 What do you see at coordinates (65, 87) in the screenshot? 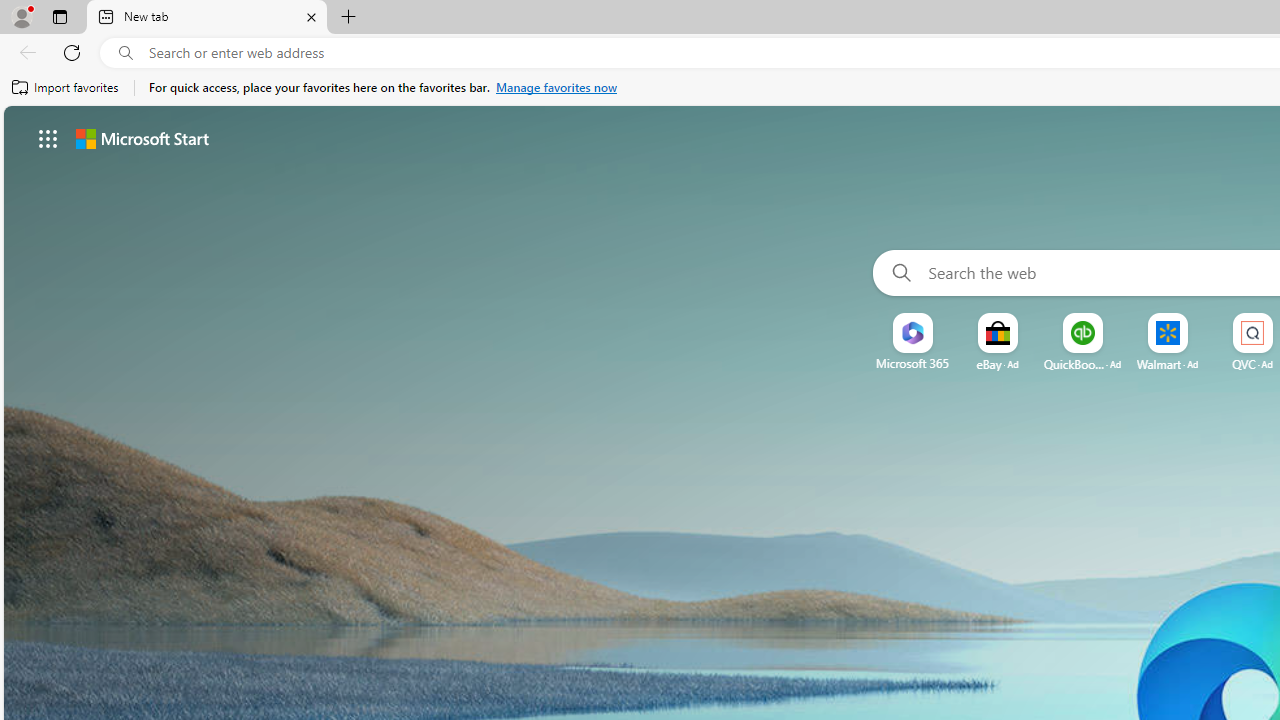
I see `'Import favorites'` at bounding box center [65, 87].